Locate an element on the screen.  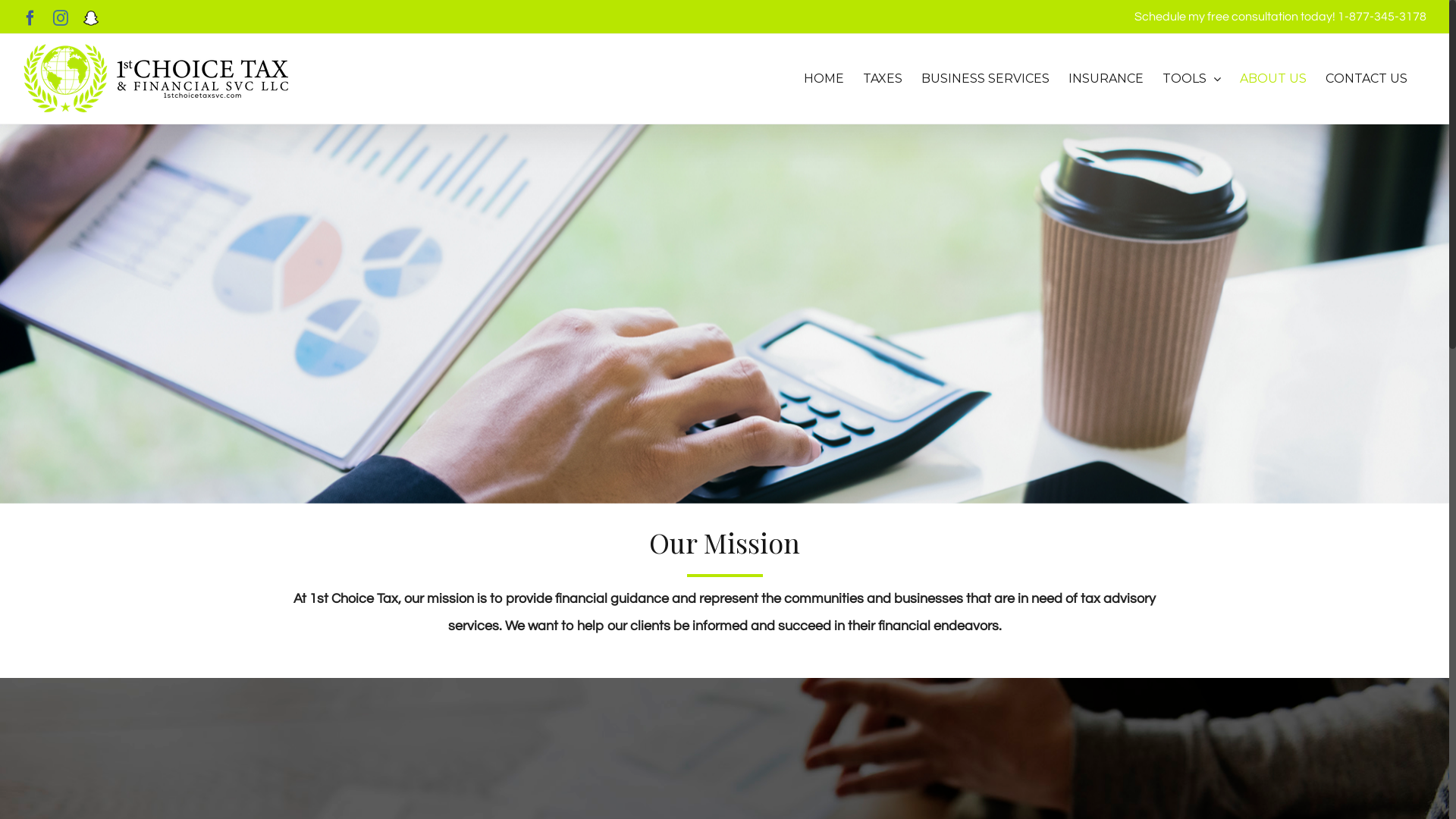
'CONTACT US' is located at coordinates (1366, 79).